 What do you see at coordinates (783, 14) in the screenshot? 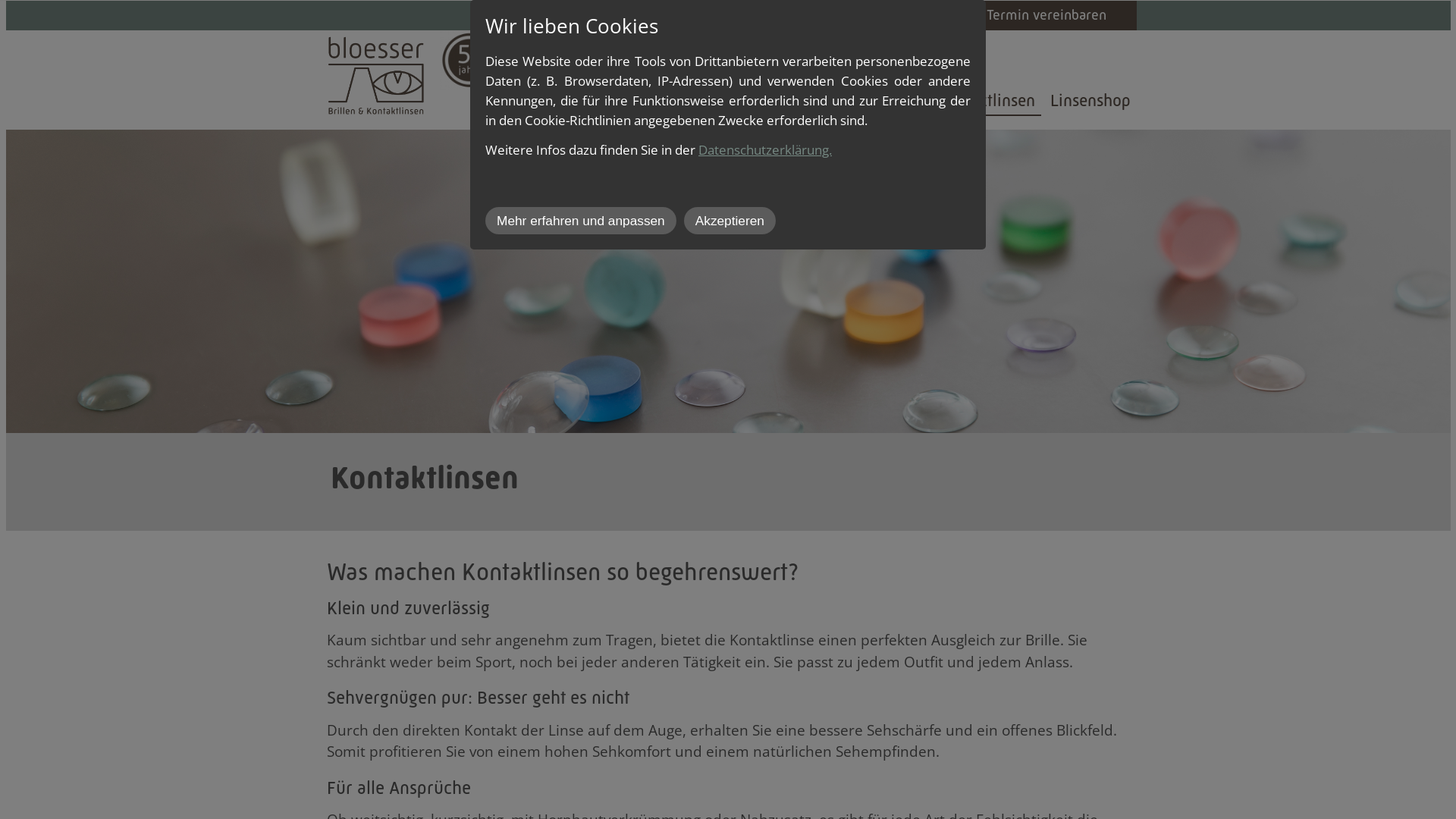
I see `'Aktuell'` at bounding box center [783, 14].